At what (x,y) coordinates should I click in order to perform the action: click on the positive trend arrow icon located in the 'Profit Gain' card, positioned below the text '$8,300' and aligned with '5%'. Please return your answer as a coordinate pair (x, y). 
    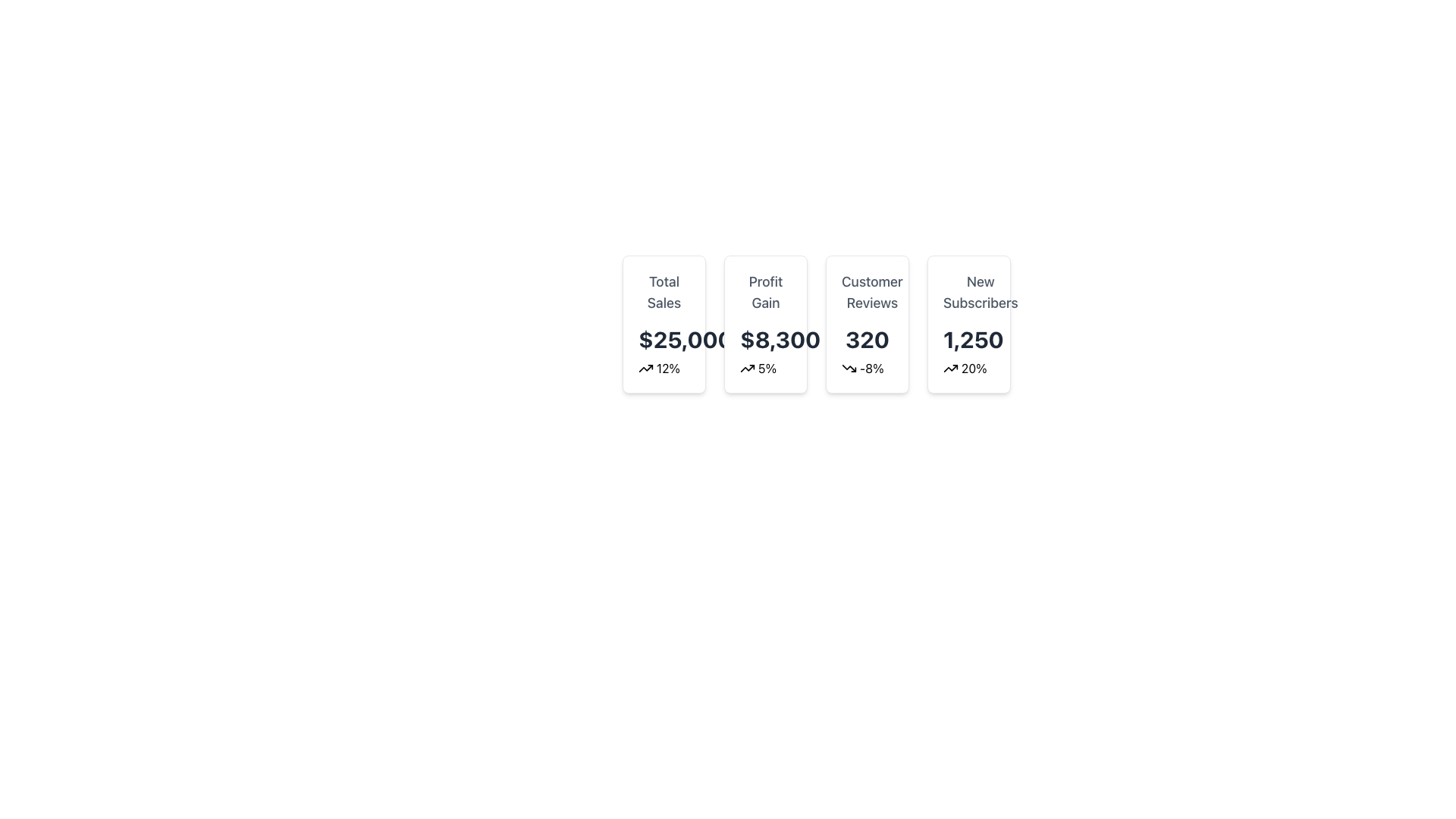
    Looking at the image, I should click on (747, 369).